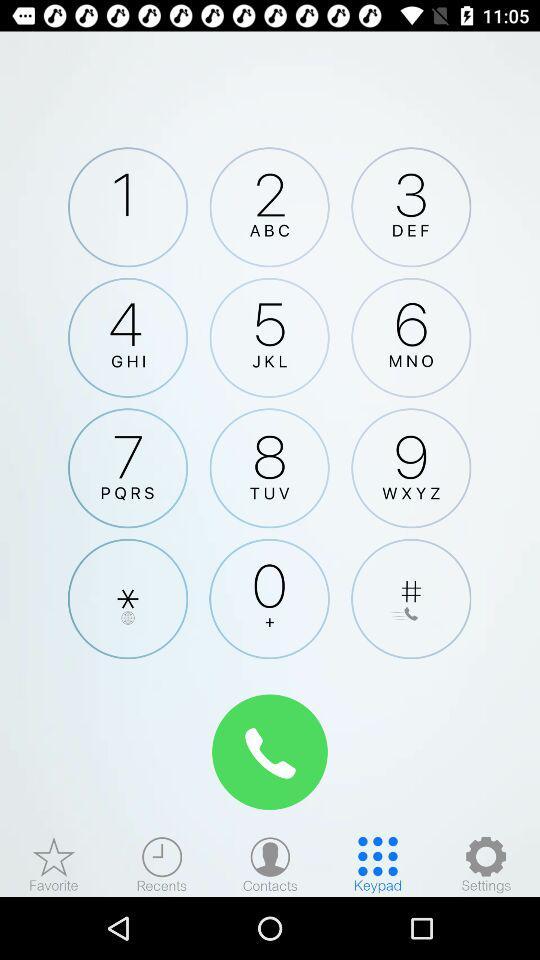 This screenshot has width=540, height=960. What do you see at coordinates (161, 863) in the screenshot?
I see `recent calls` at bounding box center [161, 863].